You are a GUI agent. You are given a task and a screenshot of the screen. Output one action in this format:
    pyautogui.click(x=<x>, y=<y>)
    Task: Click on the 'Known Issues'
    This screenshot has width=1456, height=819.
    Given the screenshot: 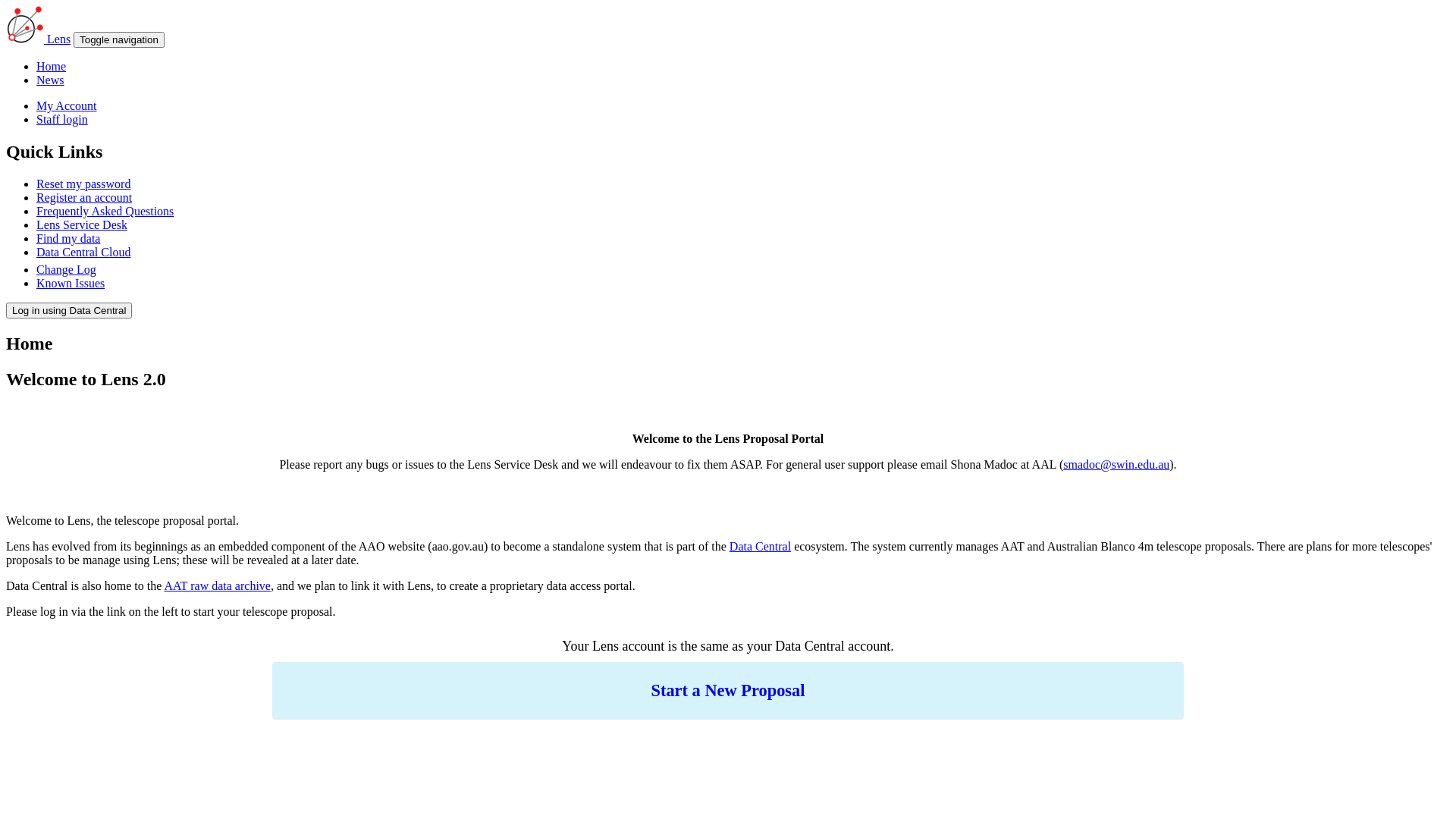 What is the action you would take?
    pyautogui.click(x=69, y=283)
    